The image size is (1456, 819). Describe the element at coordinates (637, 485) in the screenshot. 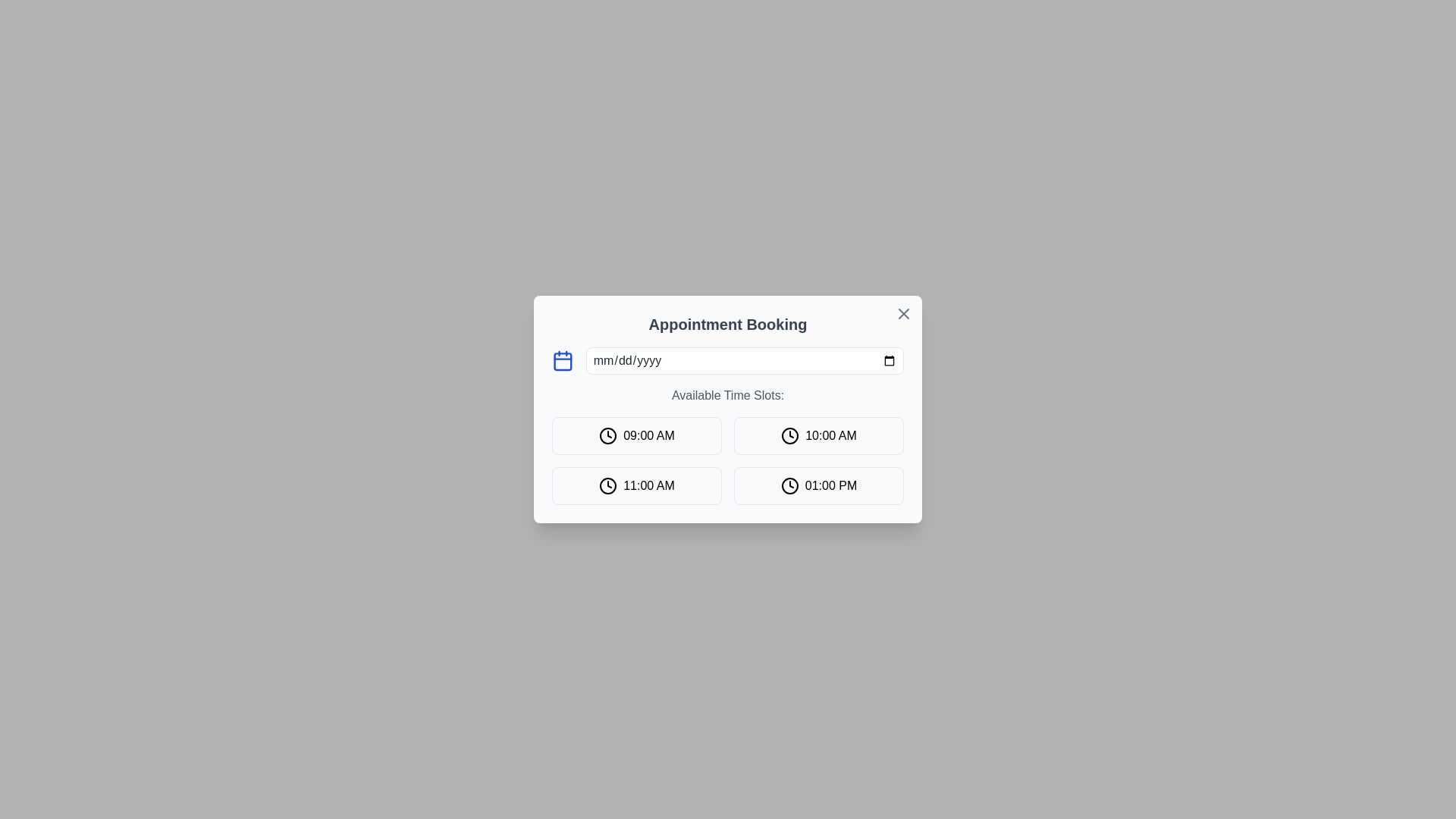

I see `the button labeled '11:00 AM' which is the third button in a layout of four options, positioned in the second row, first column, directly below the button labeled '09:00 AM'` at that location.